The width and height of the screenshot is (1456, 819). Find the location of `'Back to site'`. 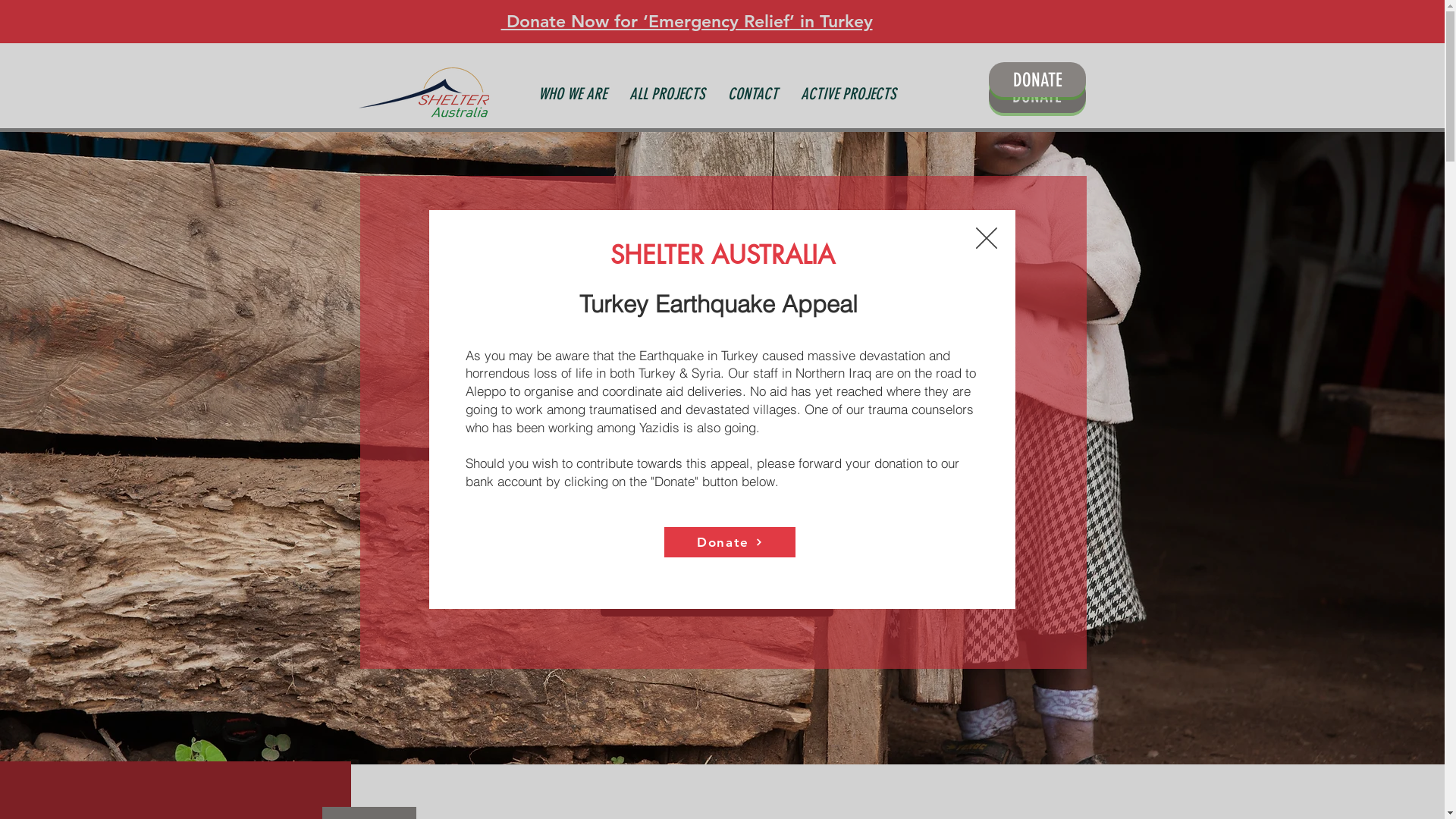

'Back to site' is located at coordinates (986, 237).